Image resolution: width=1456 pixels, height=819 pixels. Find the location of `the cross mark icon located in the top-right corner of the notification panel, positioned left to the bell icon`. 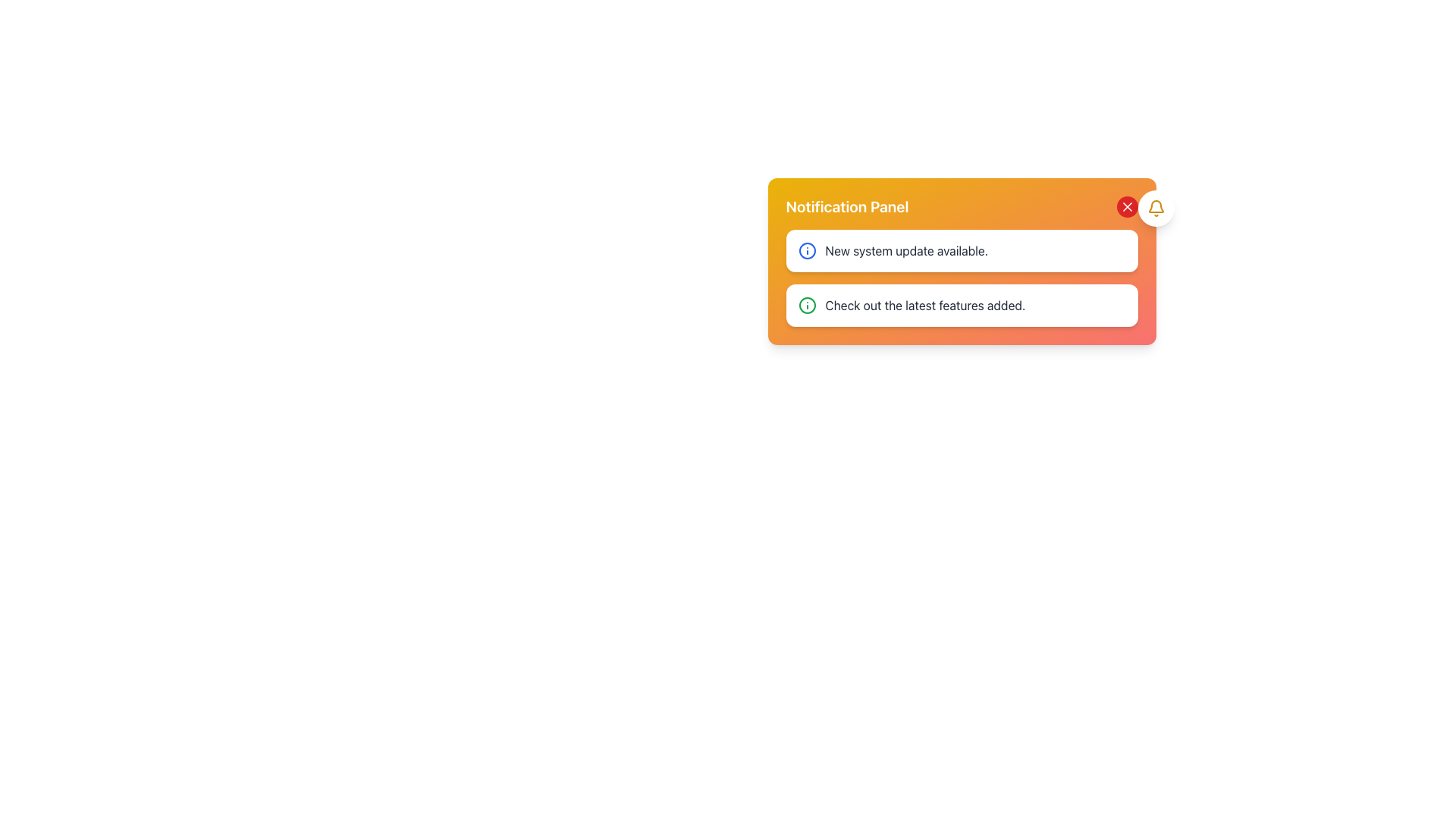

the cross mark icon located in the top-right corner of the notification panel, positioned left to the bell icon is located at coordinates (1127, 207).